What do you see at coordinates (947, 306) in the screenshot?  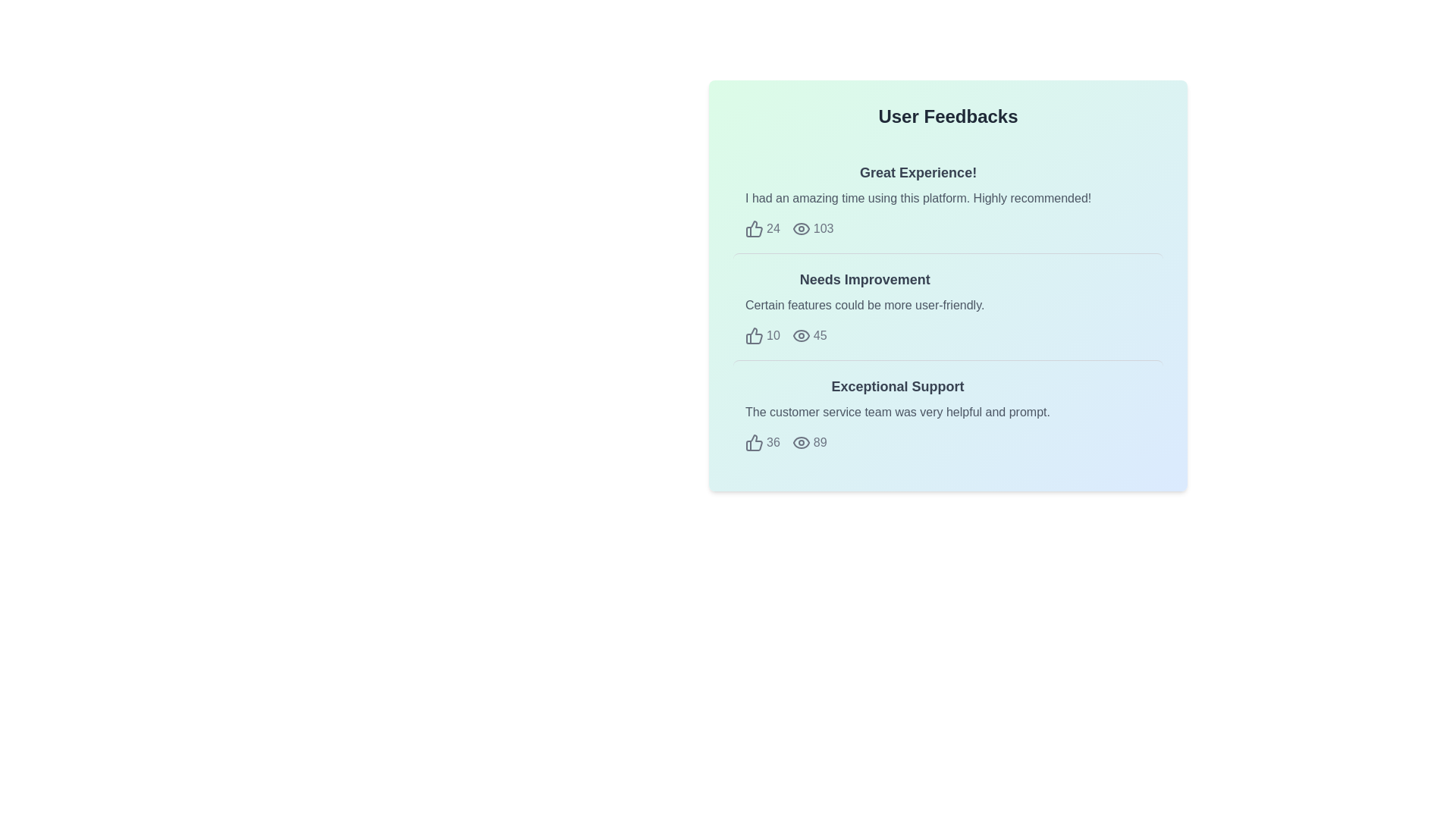 I see `the feedback item titled 'Needs Improvement'` at bounding box center [947, 306].